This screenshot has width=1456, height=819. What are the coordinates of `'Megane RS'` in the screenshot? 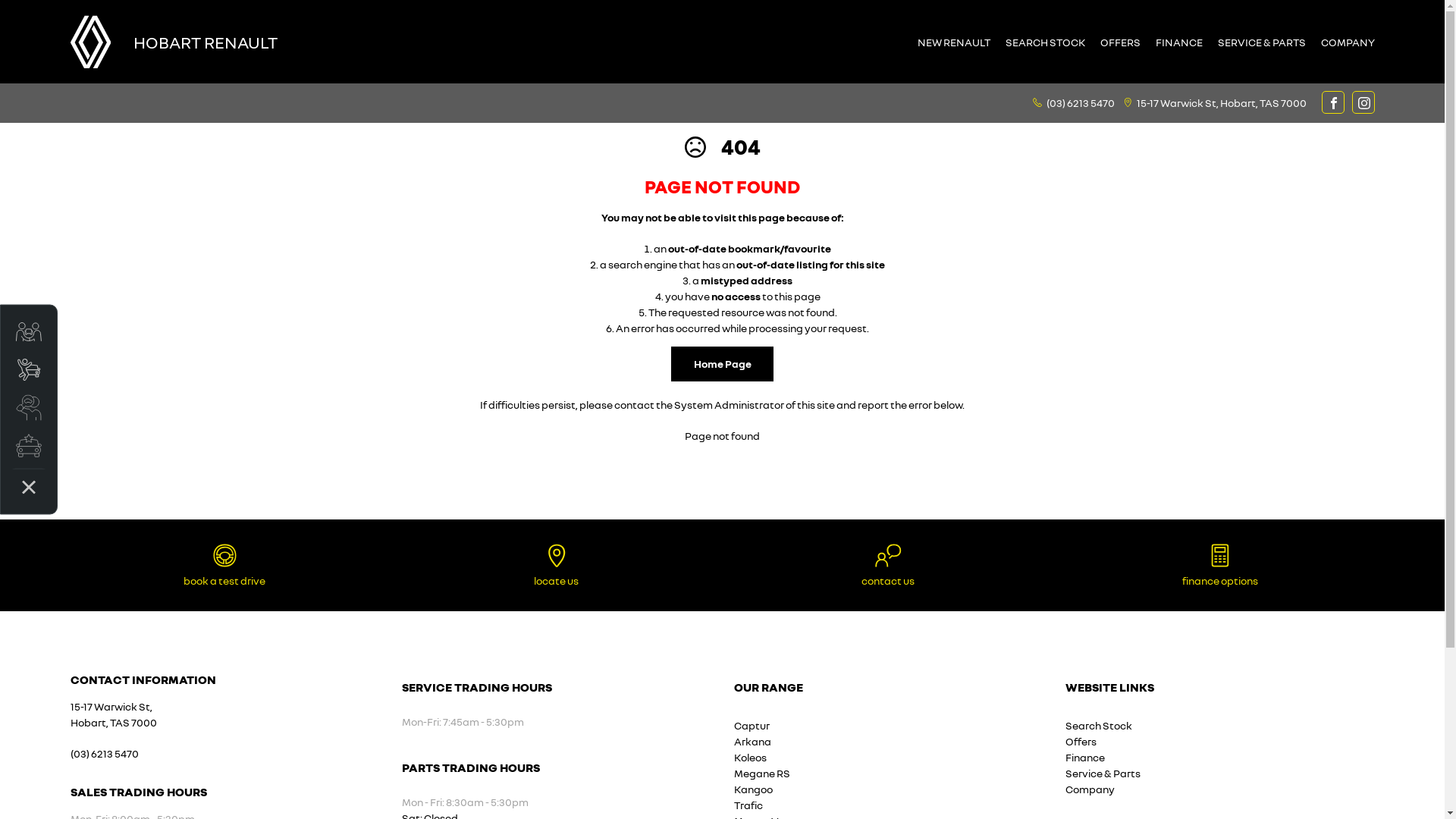 It's located at (761, 773).